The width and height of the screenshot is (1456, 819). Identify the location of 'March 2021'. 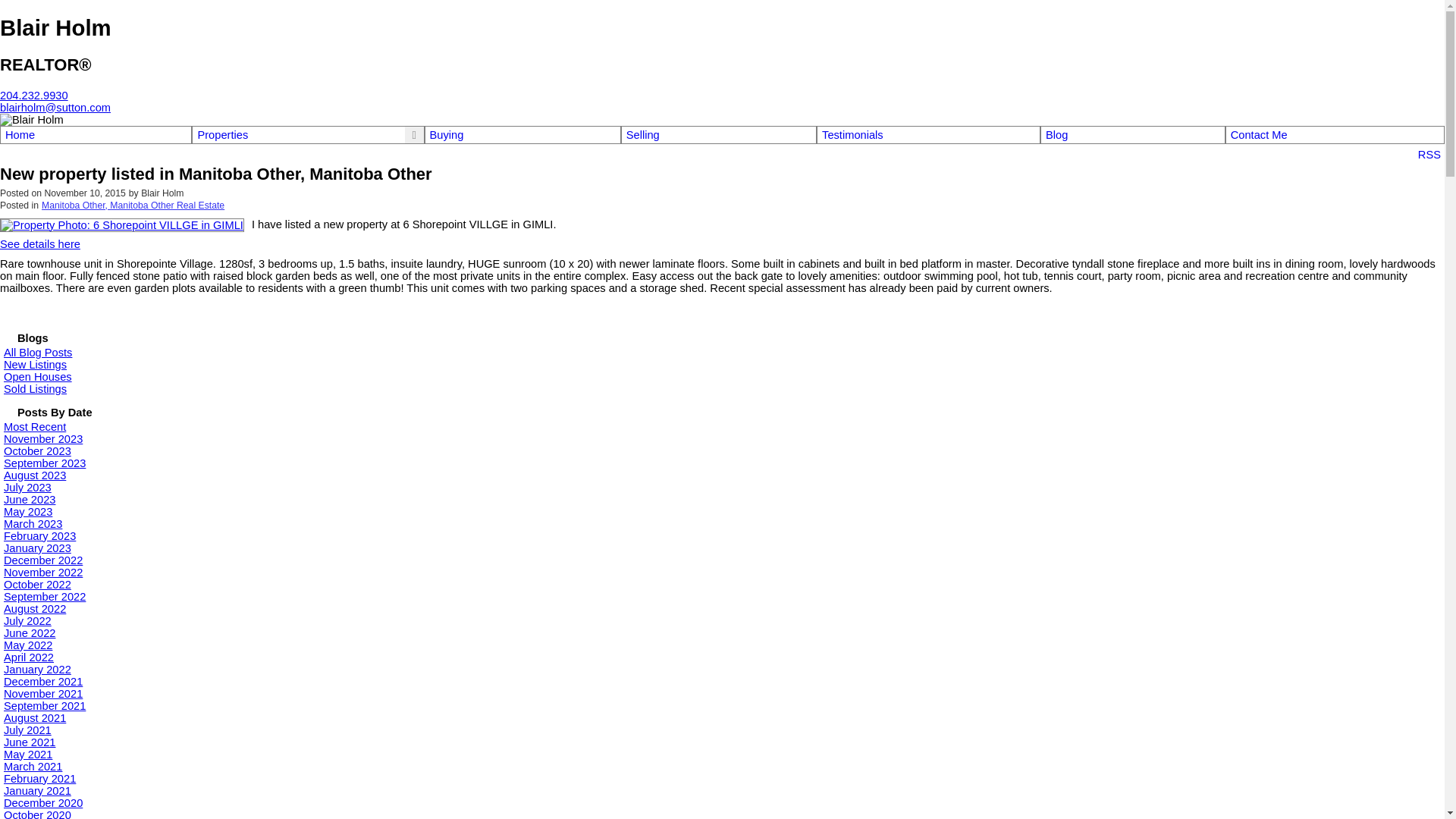
(33, 766).